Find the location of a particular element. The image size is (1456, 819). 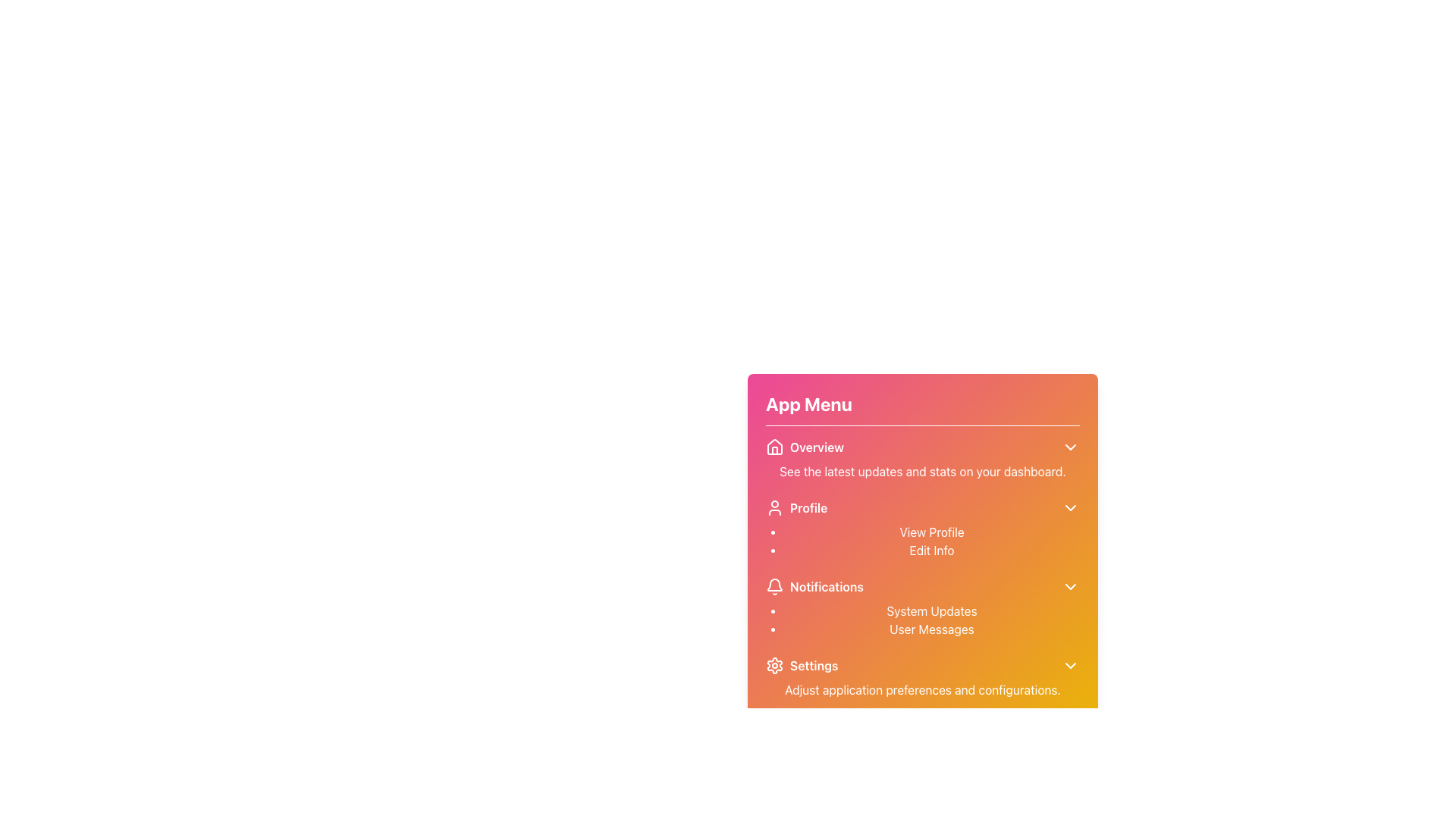

the 'Profile' menu item, which consists of a user icon followed by bold white text on a gradient background, located directly below the 'Overview' menu item is located at coordinates (795, 508).